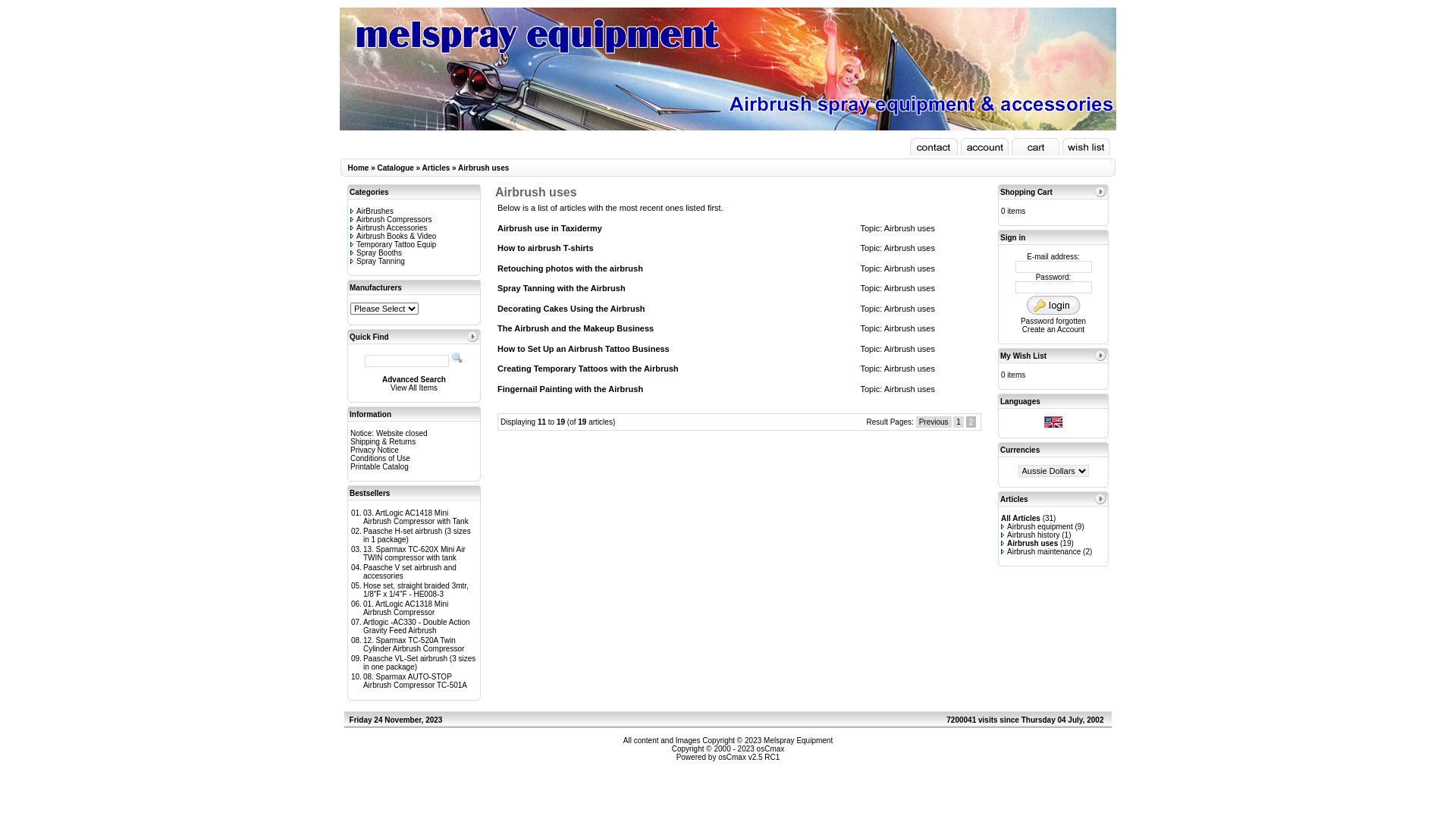 The height and width of the screenshot is (819, 1456). I want to click on 'Printable Catalog', so click(379, 466).